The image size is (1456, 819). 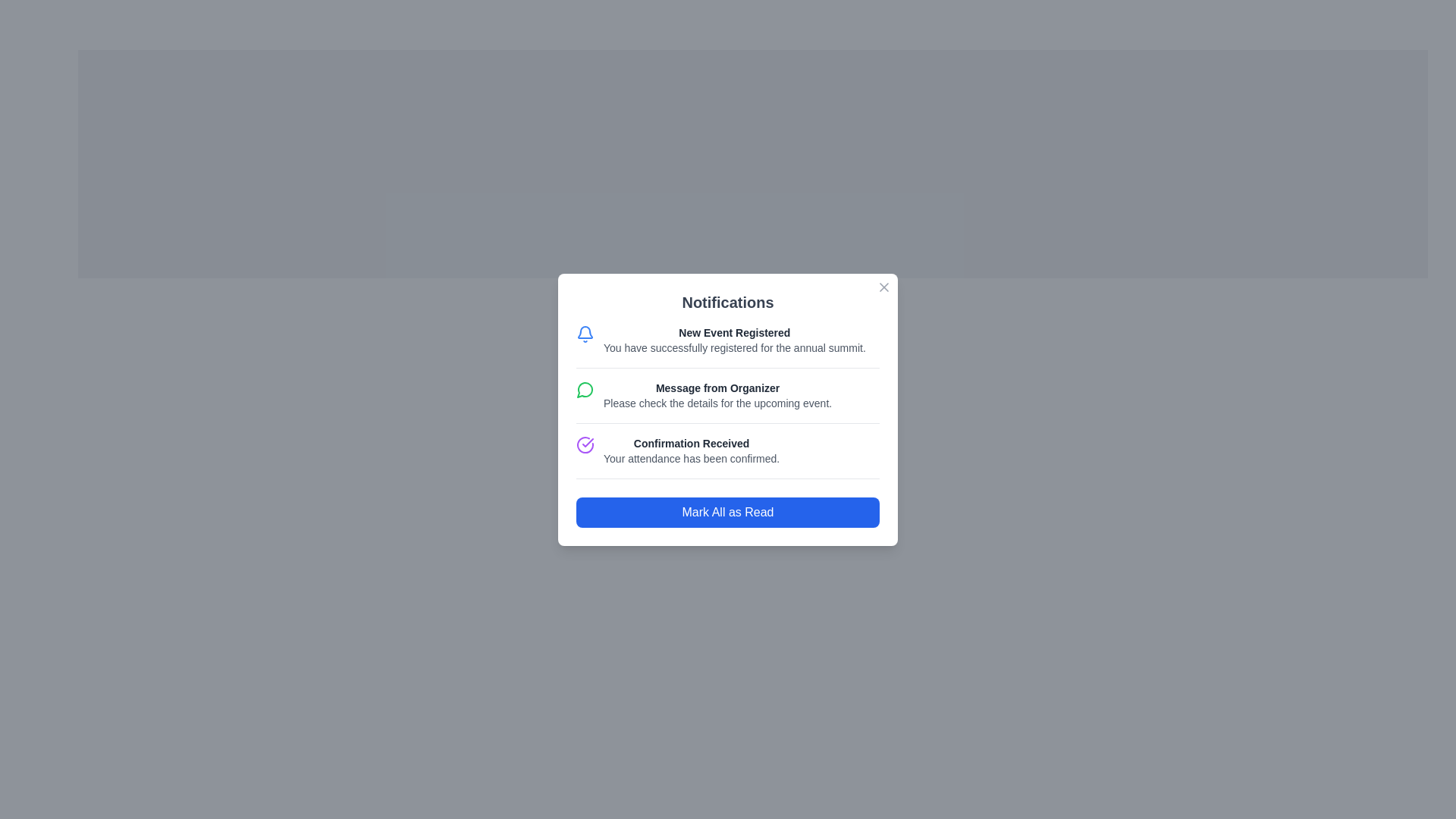 What do you see at coordinates (728, 409) in the screenshot?
I see `any notification in the Notification list located below the 'Notifications' header` at bounding box center [728, 409].